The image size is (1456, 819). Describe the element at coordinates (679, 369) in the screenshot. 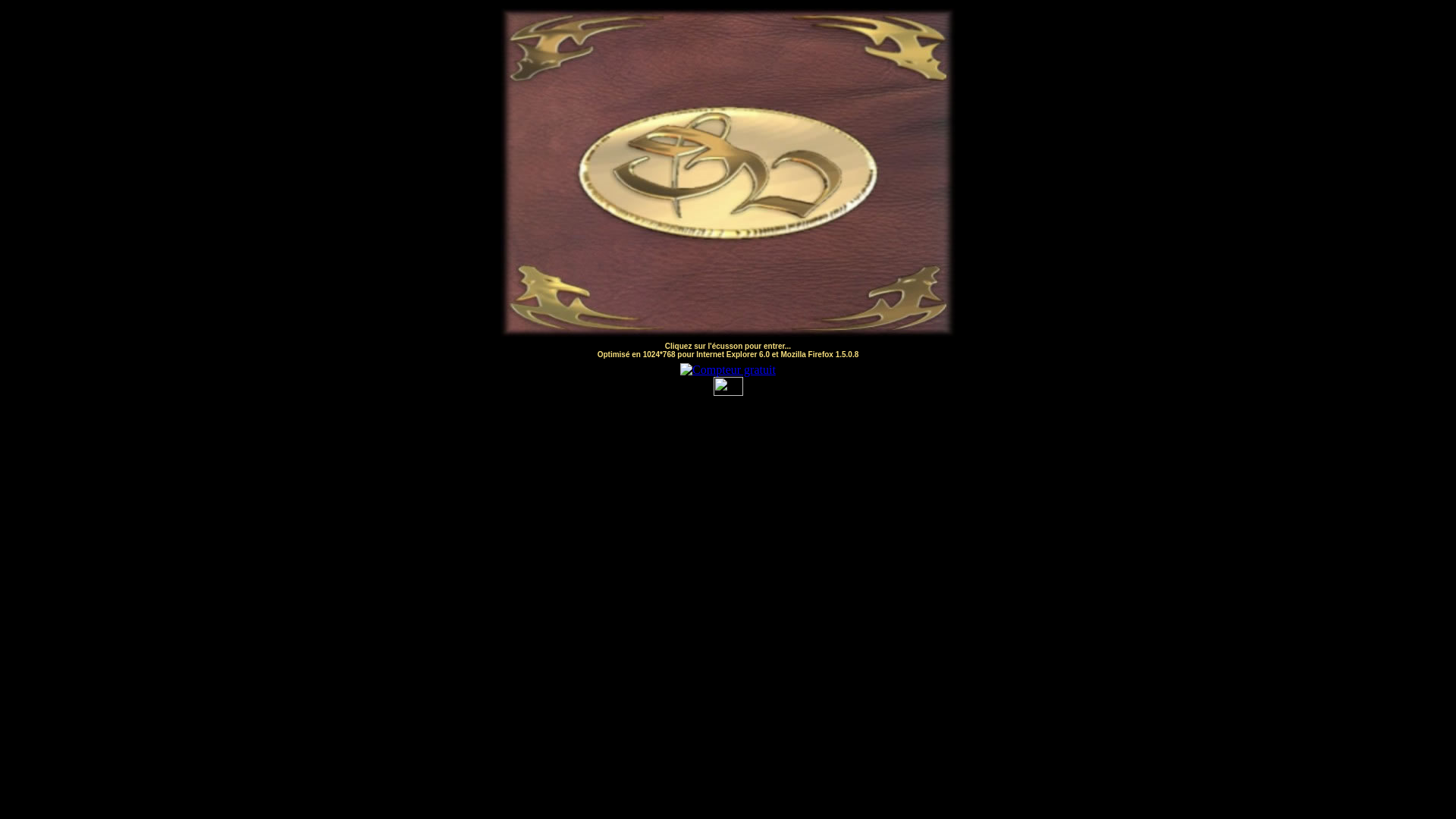

I see `'Compteur gratuit'` at that location.